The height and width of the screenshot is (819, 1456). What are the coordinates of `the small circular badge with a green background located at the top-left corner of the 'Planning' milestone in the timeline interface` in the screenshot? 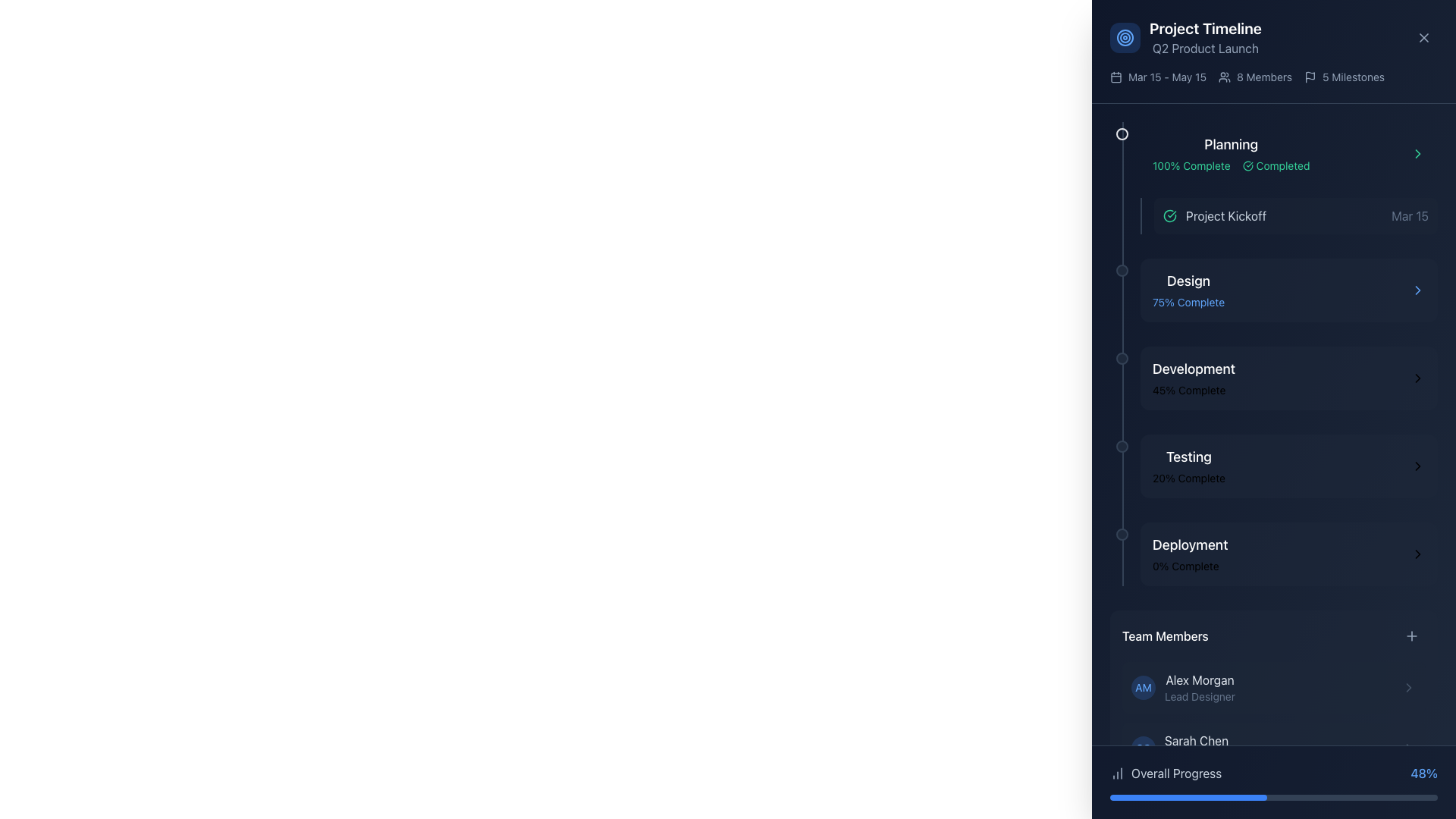 It's located at (1122, 133).